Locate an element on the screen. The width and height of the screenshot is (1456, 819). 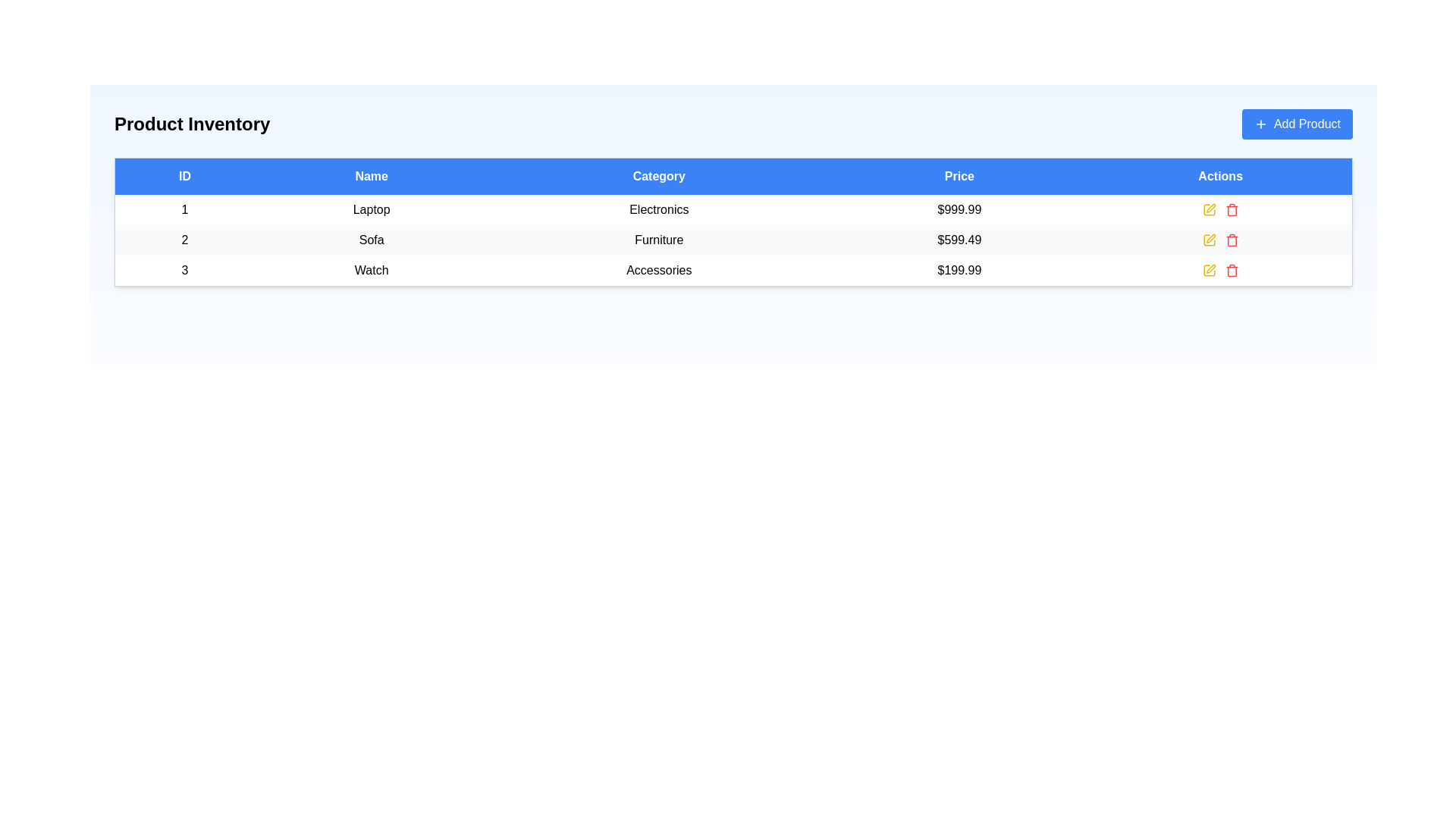
the plus-shaped icon within the 'Add Product' button is located at coordinates (1260, 124).